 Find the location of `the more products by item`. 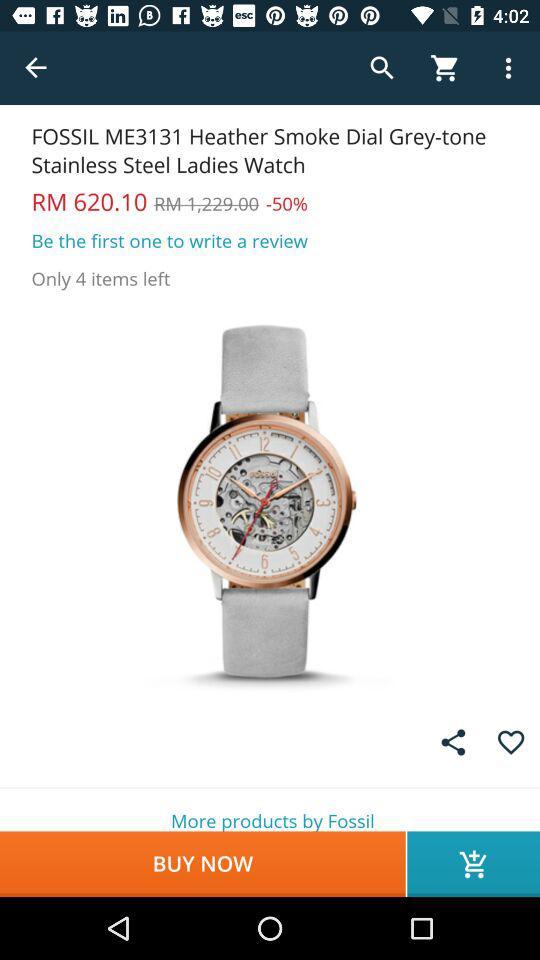

the more products by item is located at coordinates (270, 810).